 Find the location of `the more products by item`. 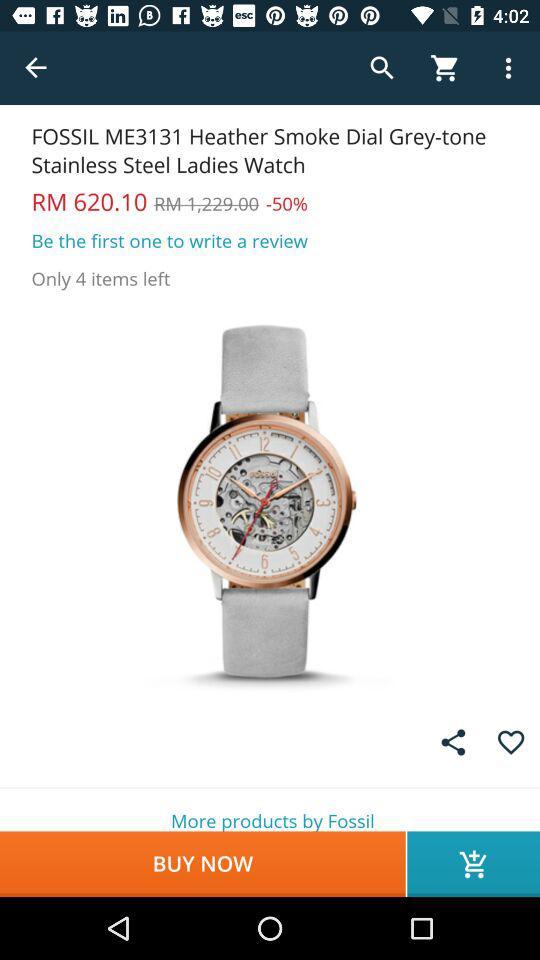

the more products by item is located at coordinates (270, 810).